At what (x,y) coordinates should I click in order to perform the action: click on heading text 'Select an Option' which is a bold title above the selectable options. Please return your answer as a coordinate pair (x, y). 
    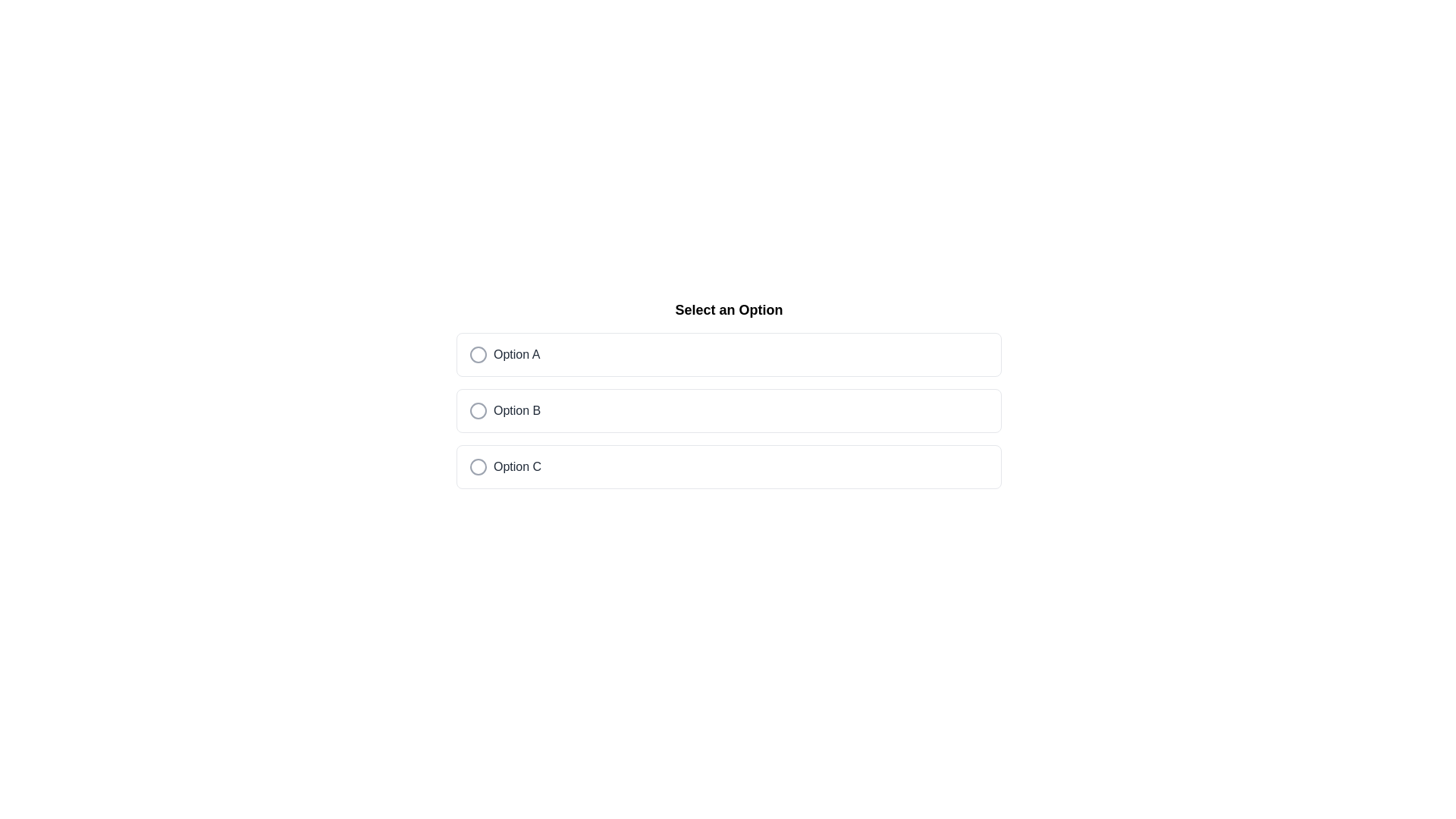
    Looking at the image, I should click on (729, 309).